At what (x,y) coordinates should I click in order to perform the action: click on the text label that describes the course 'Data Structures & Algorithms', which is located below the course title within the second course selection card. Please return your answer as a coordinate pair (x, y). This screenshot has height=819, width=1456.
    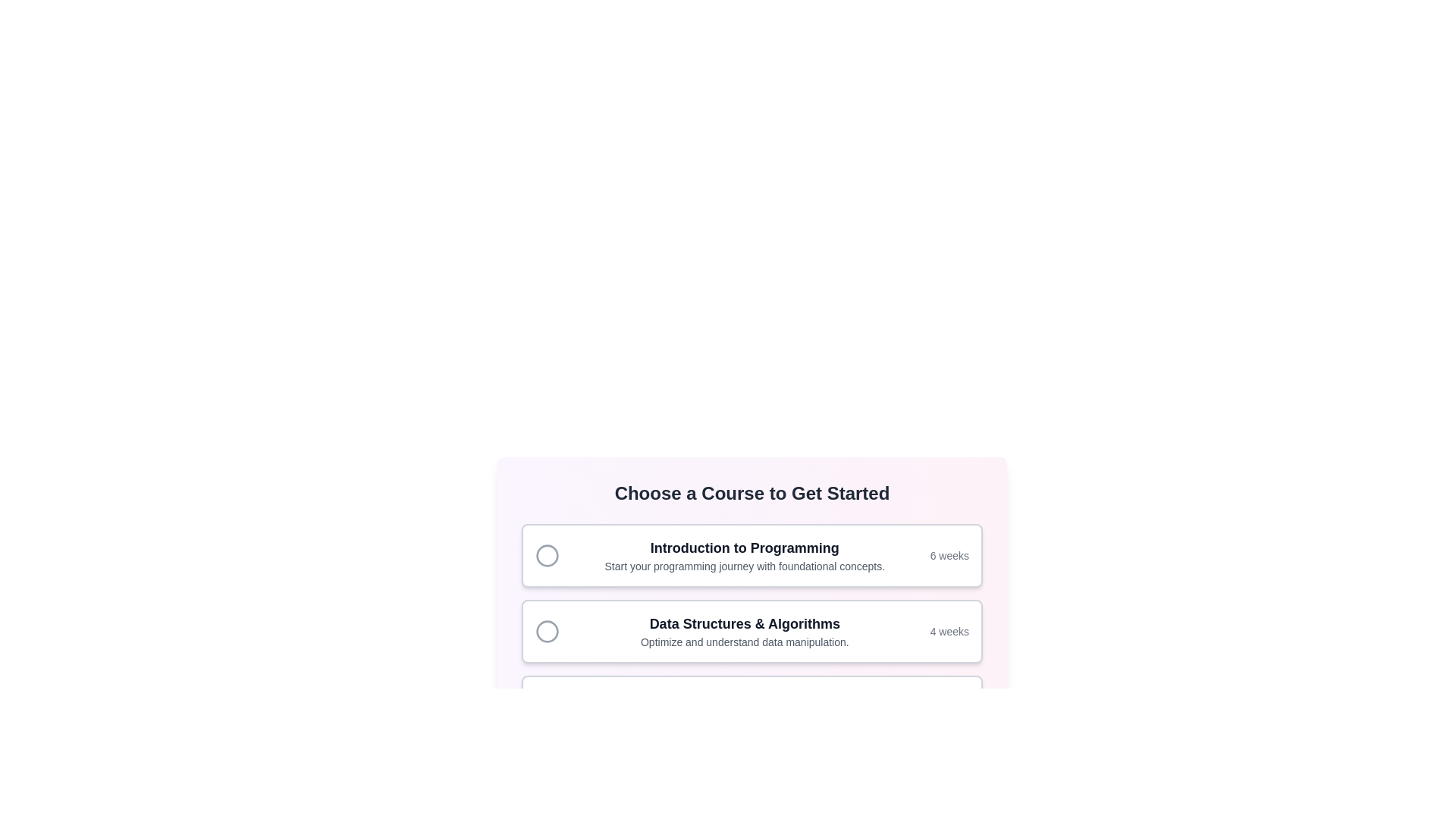
    Looking at the image, I should click on (745, 642).